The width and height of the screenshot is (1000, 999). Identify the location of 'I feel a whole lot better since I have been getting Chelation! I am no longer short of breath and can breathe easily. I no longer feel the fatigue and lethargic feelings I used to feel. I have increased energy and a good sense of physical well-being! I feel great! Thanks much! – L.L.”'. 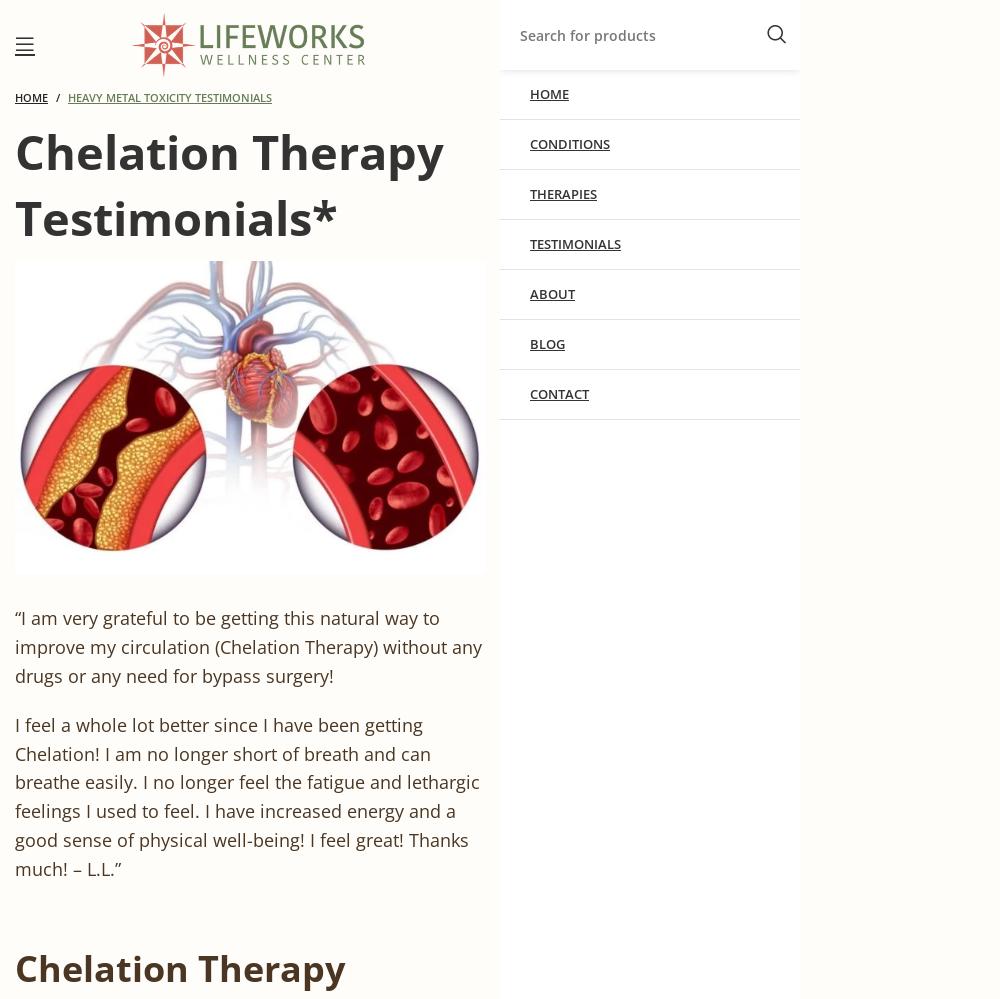
(246, 796).